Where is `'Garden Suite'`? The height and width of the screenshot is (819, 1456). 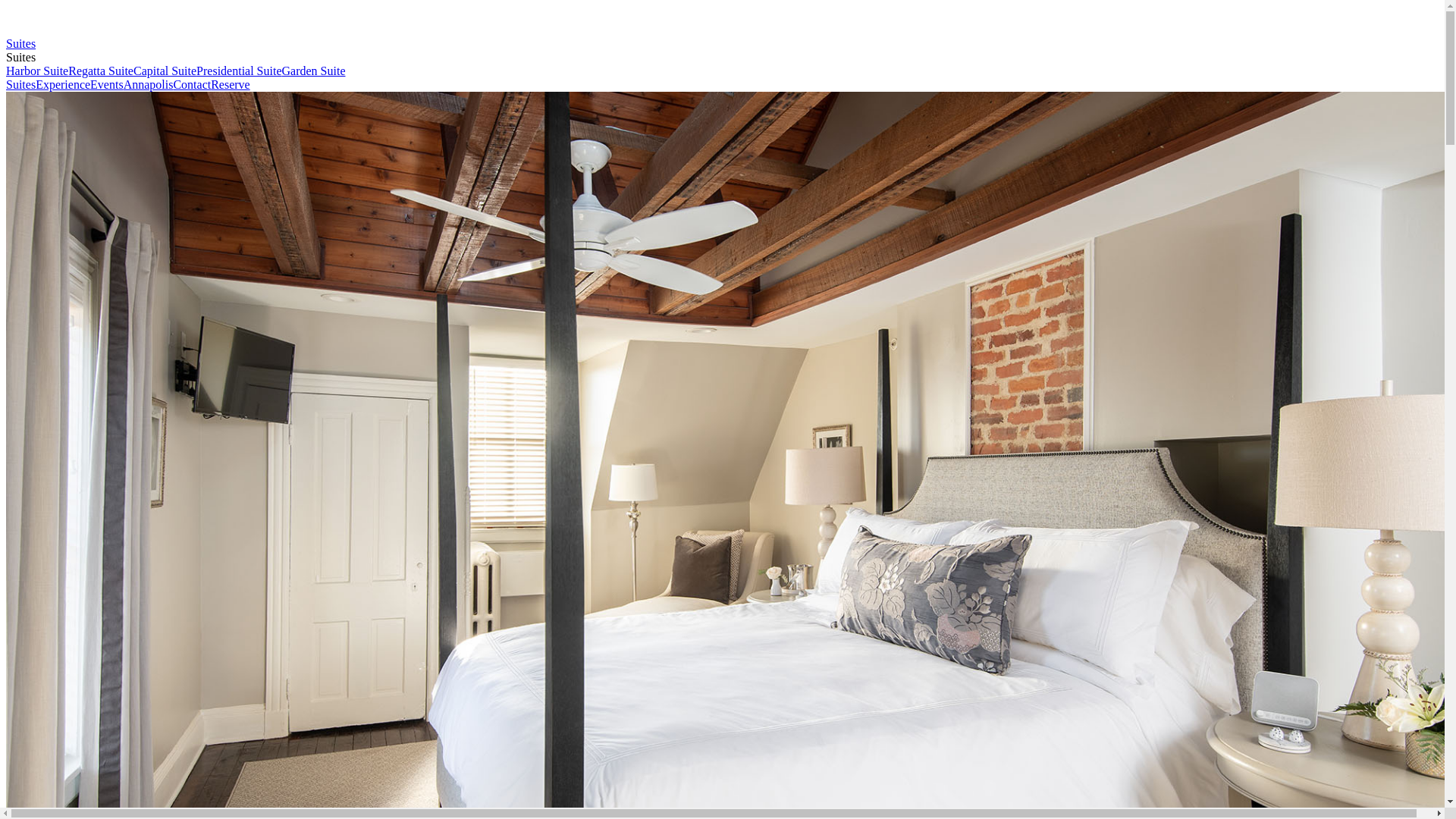 'Garden Suite' is located at coordinates (312, 71).